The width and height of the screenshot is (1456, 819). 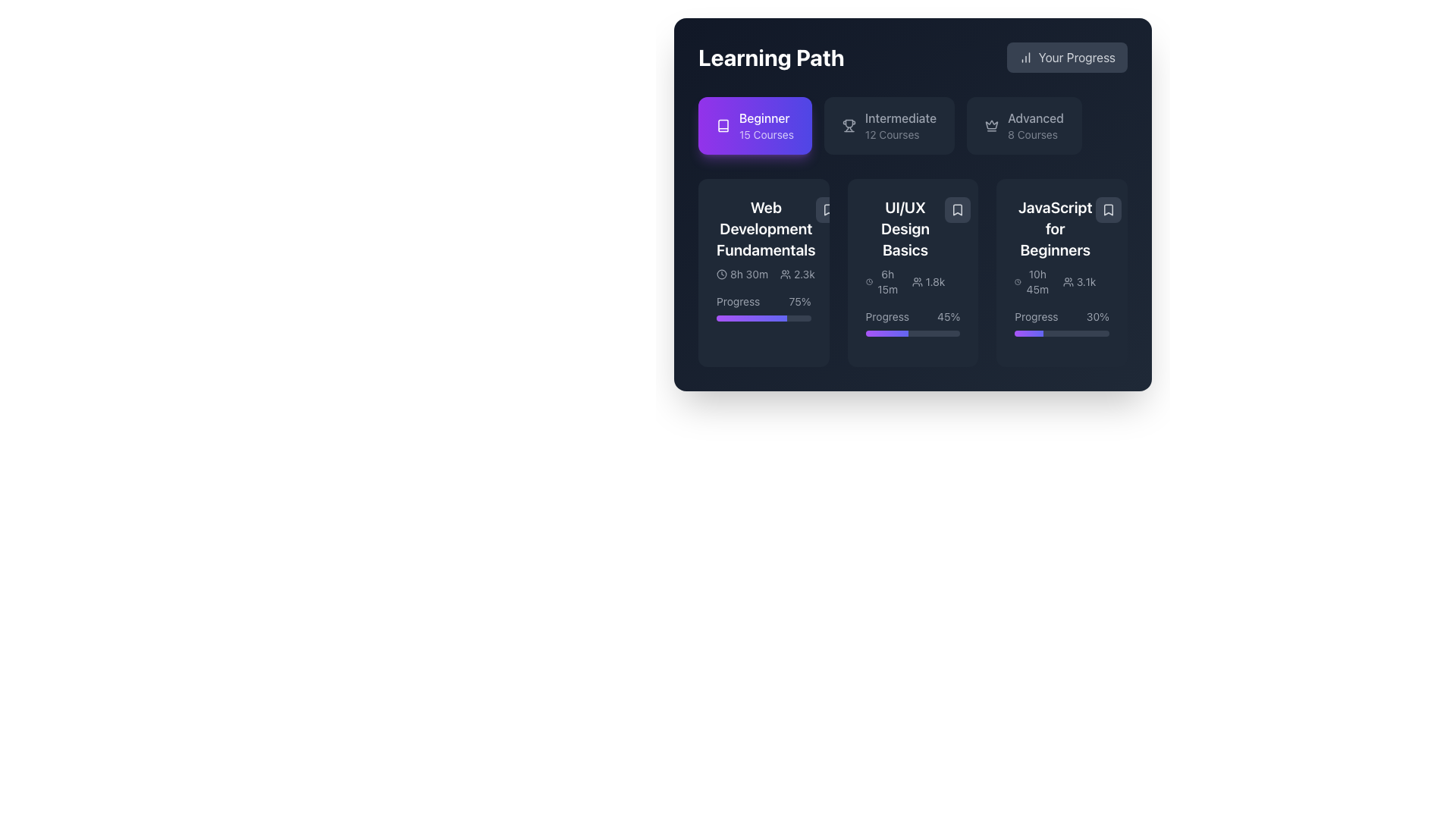 What do you see at coordinates (770, 318) in the screenshot?
I see `the progress` at bounding box center [770, 318].